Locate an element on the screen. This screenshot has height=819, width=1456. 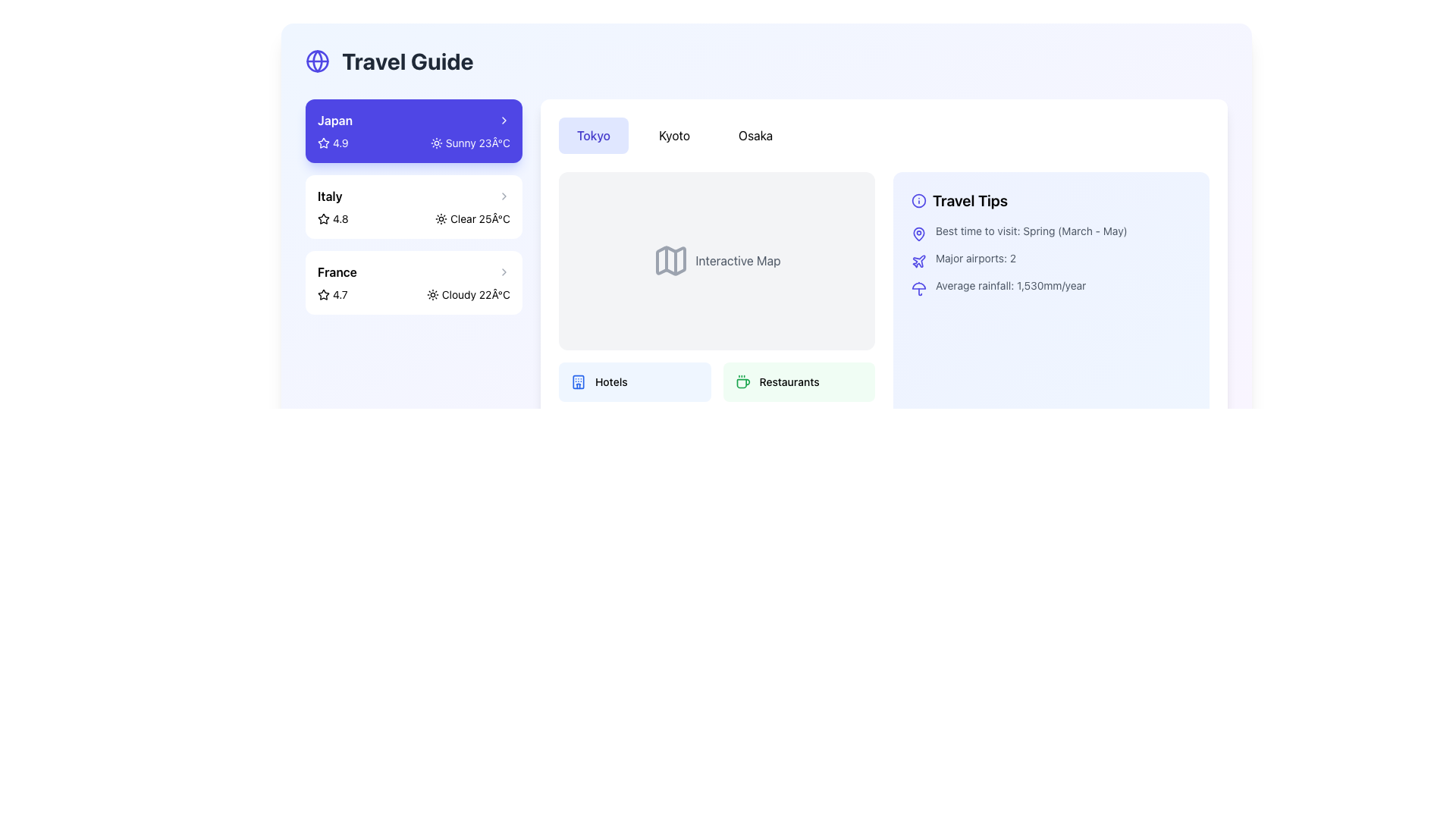
the weather indicator element displaying 'Cloudy 22°C' with a sun icon, located on the third row under the 'France' section is located at coordinates (467, 295).